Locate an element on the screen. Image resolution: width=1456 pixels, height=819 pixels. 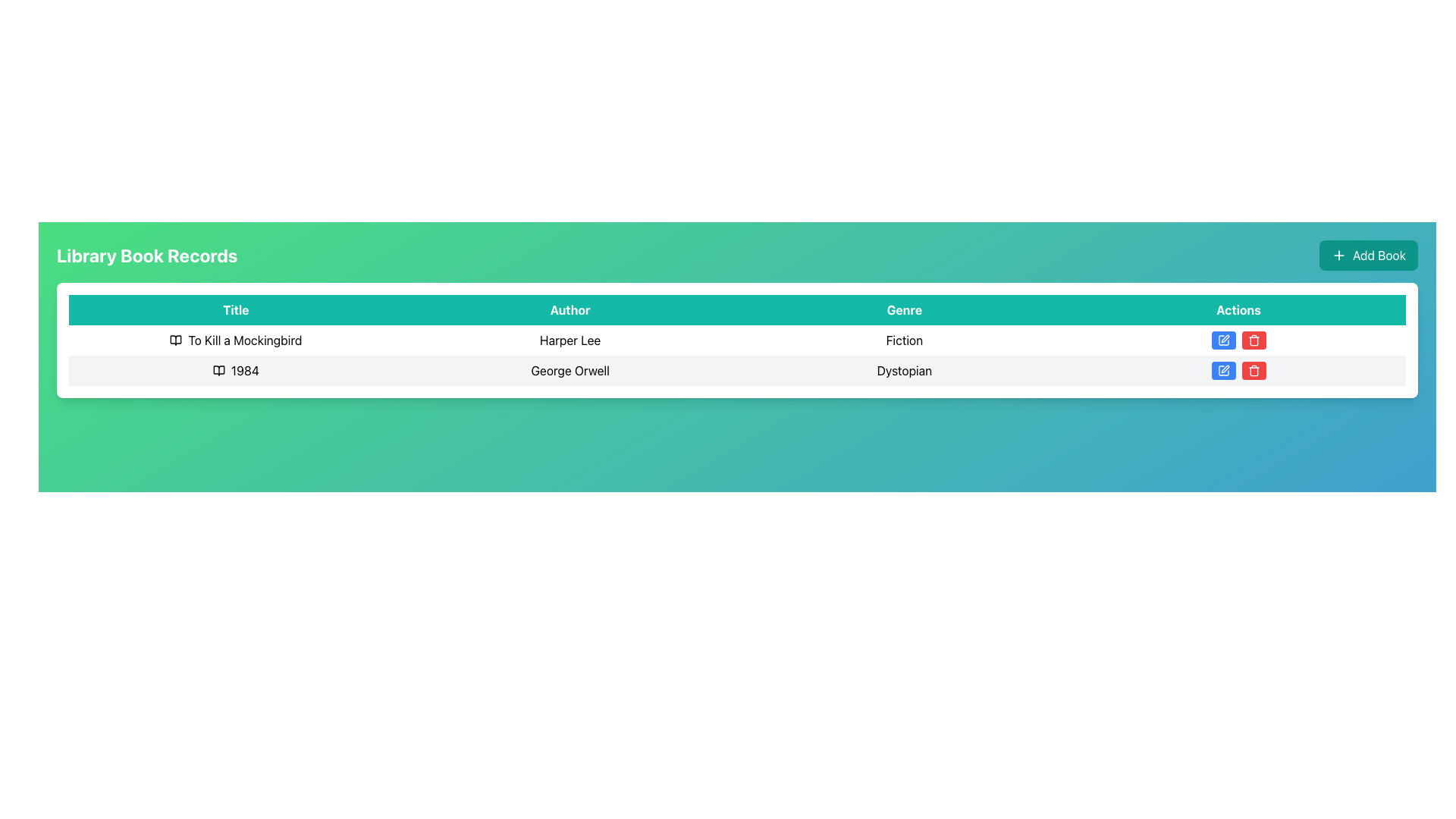
text '1984' in the second row of the library books table under the 'Title' column is located at coordinates (235, 371).